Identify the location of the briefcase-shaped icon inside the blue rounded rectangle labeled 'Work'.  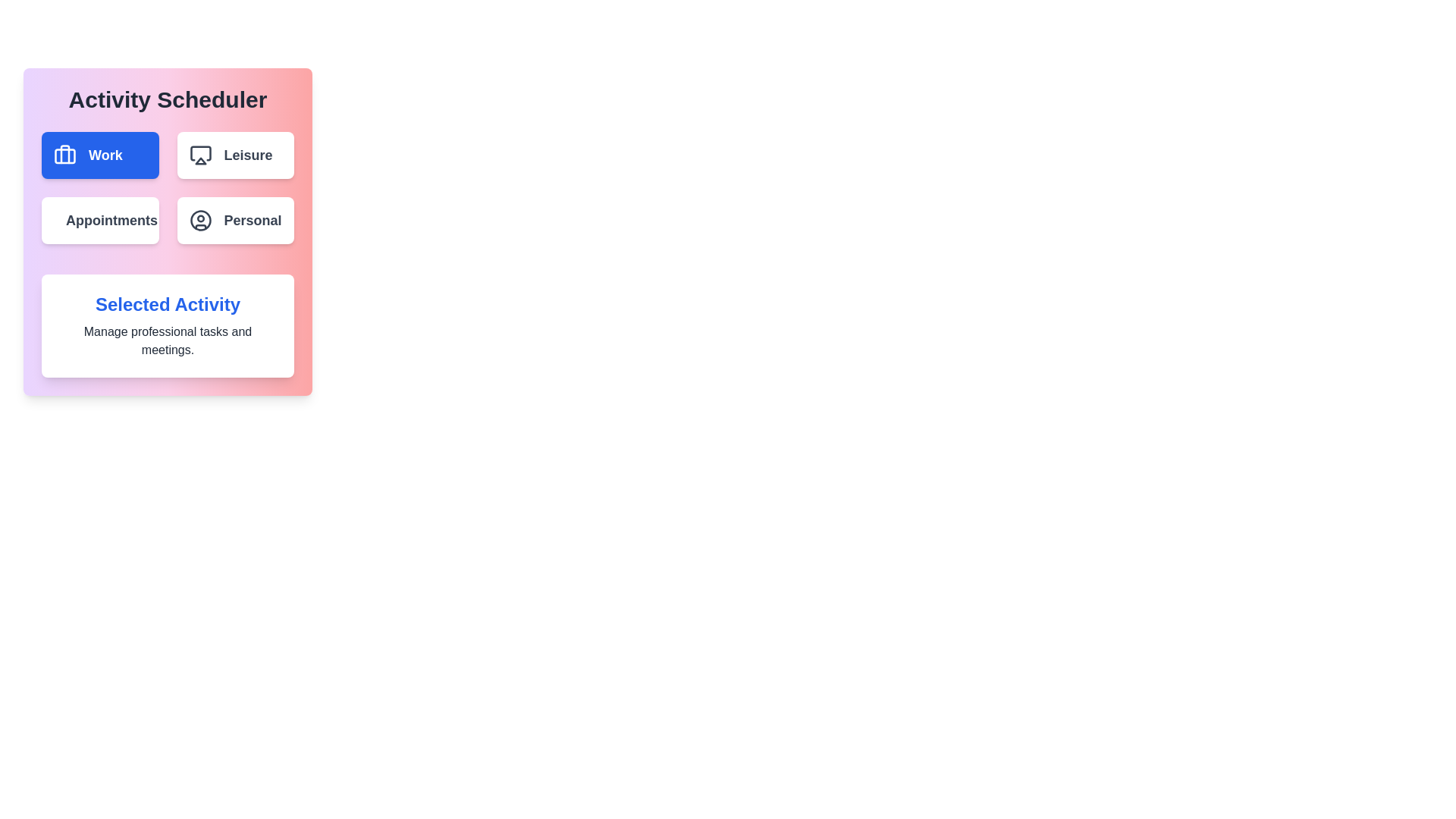
(64, 155).